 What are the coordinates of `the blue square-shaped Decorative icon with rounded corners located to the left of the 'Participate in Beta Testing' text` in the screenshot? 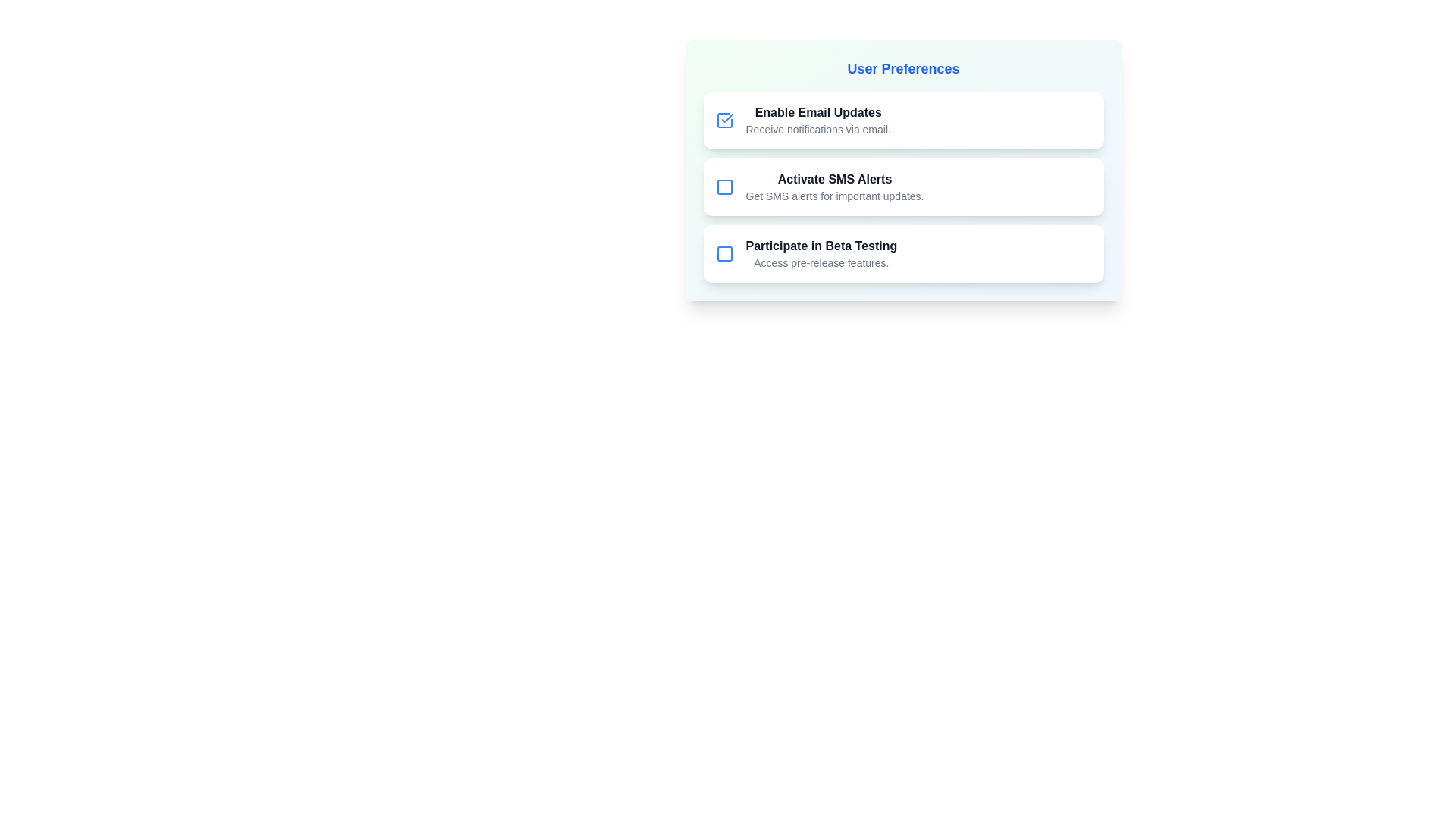 It's located at (723, 253).